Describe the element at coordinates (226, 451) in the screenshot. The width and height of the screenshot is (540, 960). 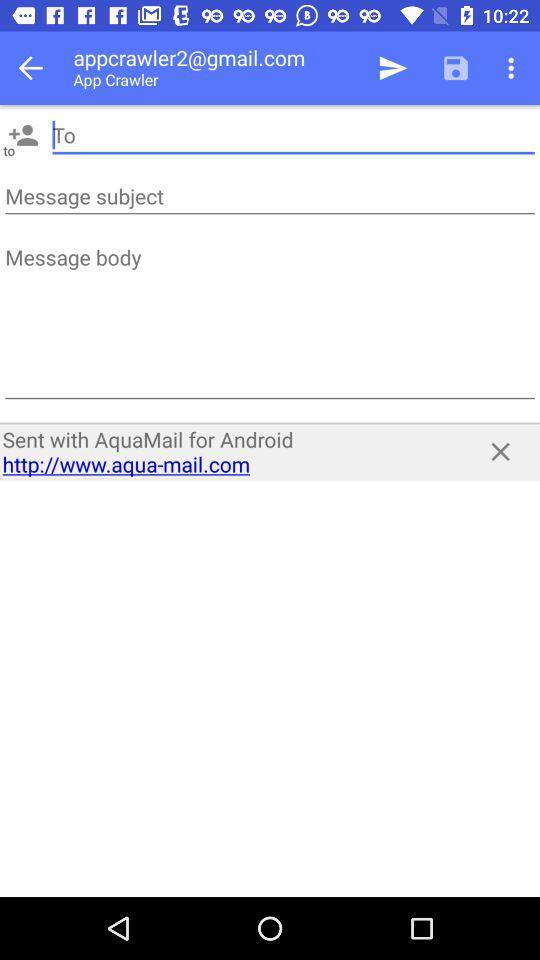
I see `sent with aquamail app` at that location.